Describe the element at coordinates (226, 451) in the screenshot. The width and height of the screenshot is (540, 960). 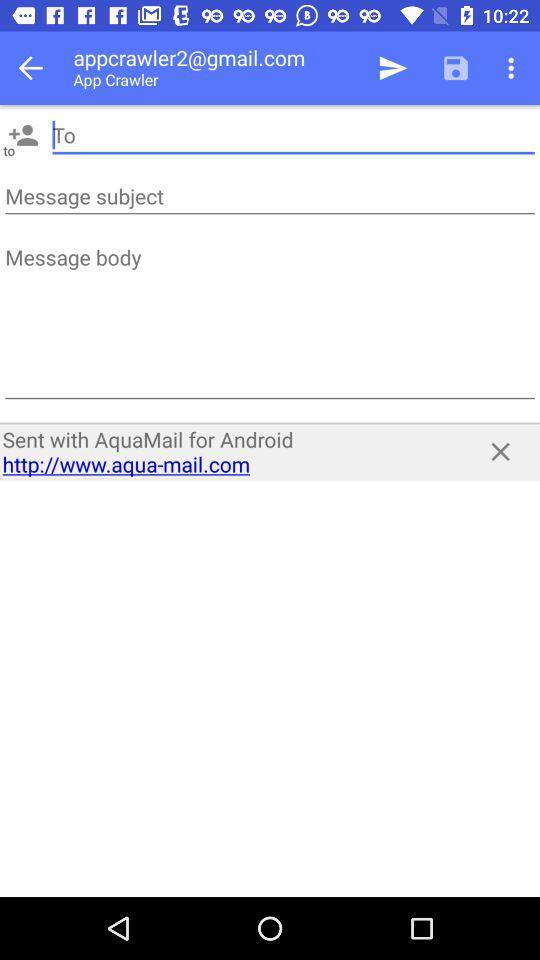
I see `sent with aquamail app` at that location.